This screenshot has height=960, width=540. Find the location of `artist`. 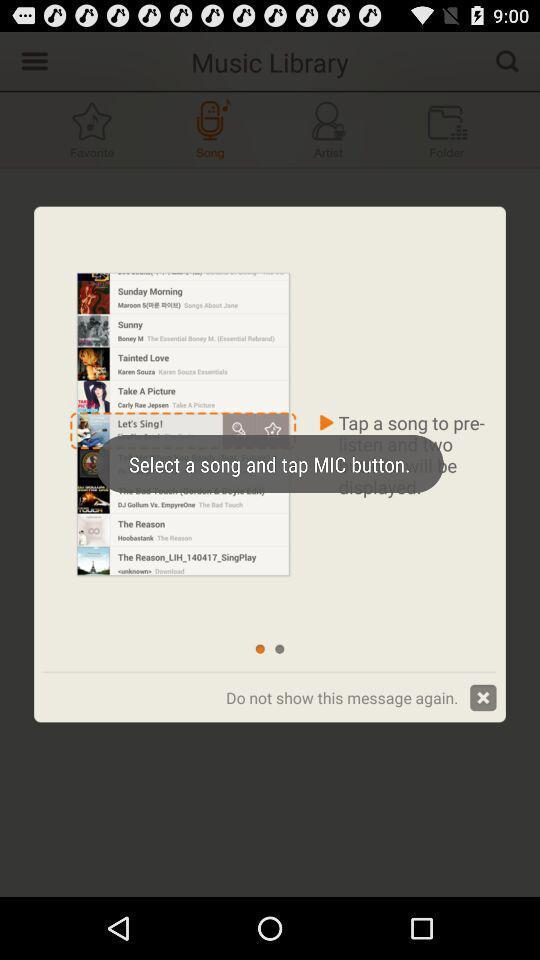

artist is located at coordinates (328, 128).